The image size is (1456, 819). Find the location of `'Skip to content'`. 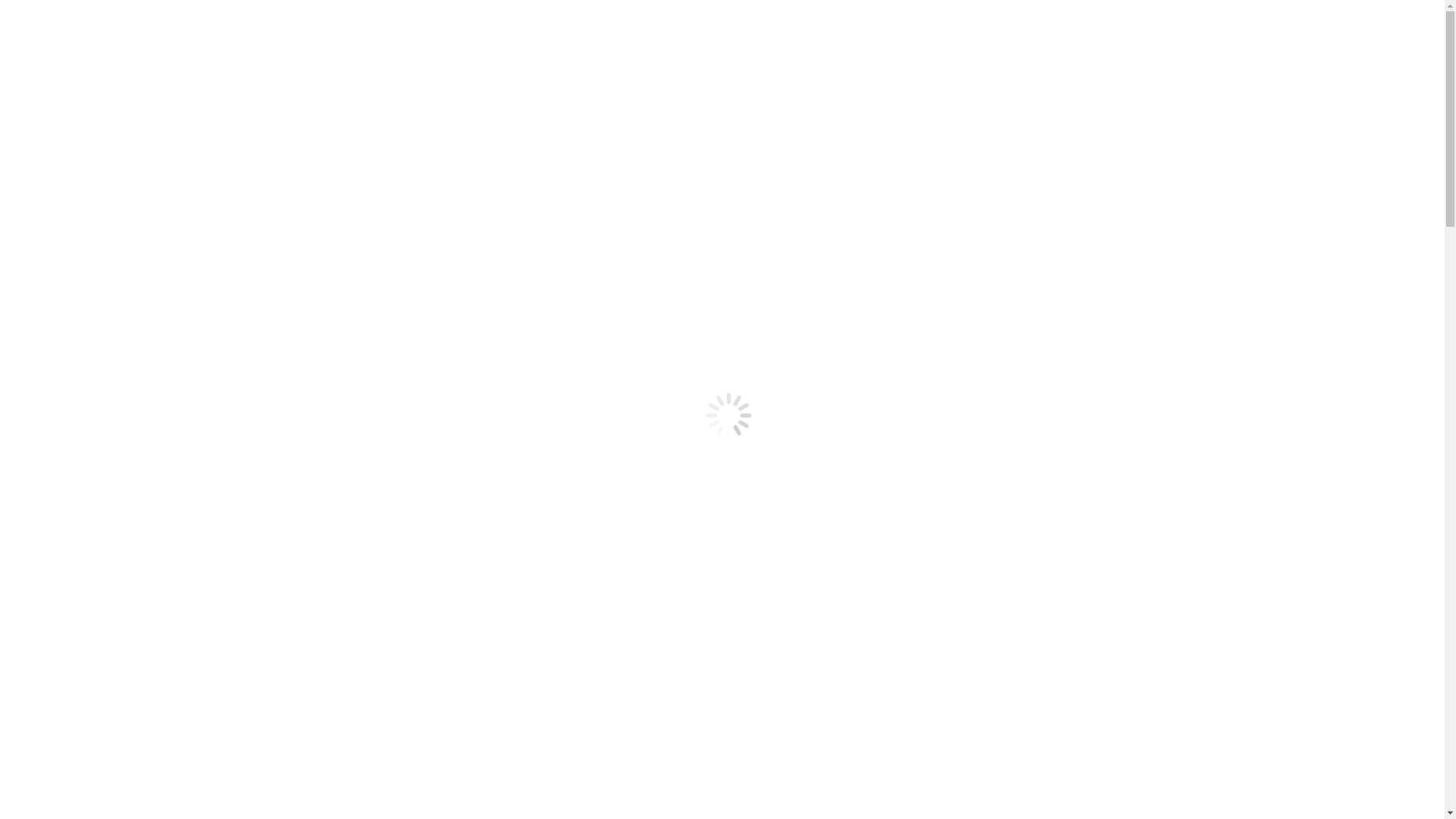

'Skip to content' is located at coordinates (42, 12).